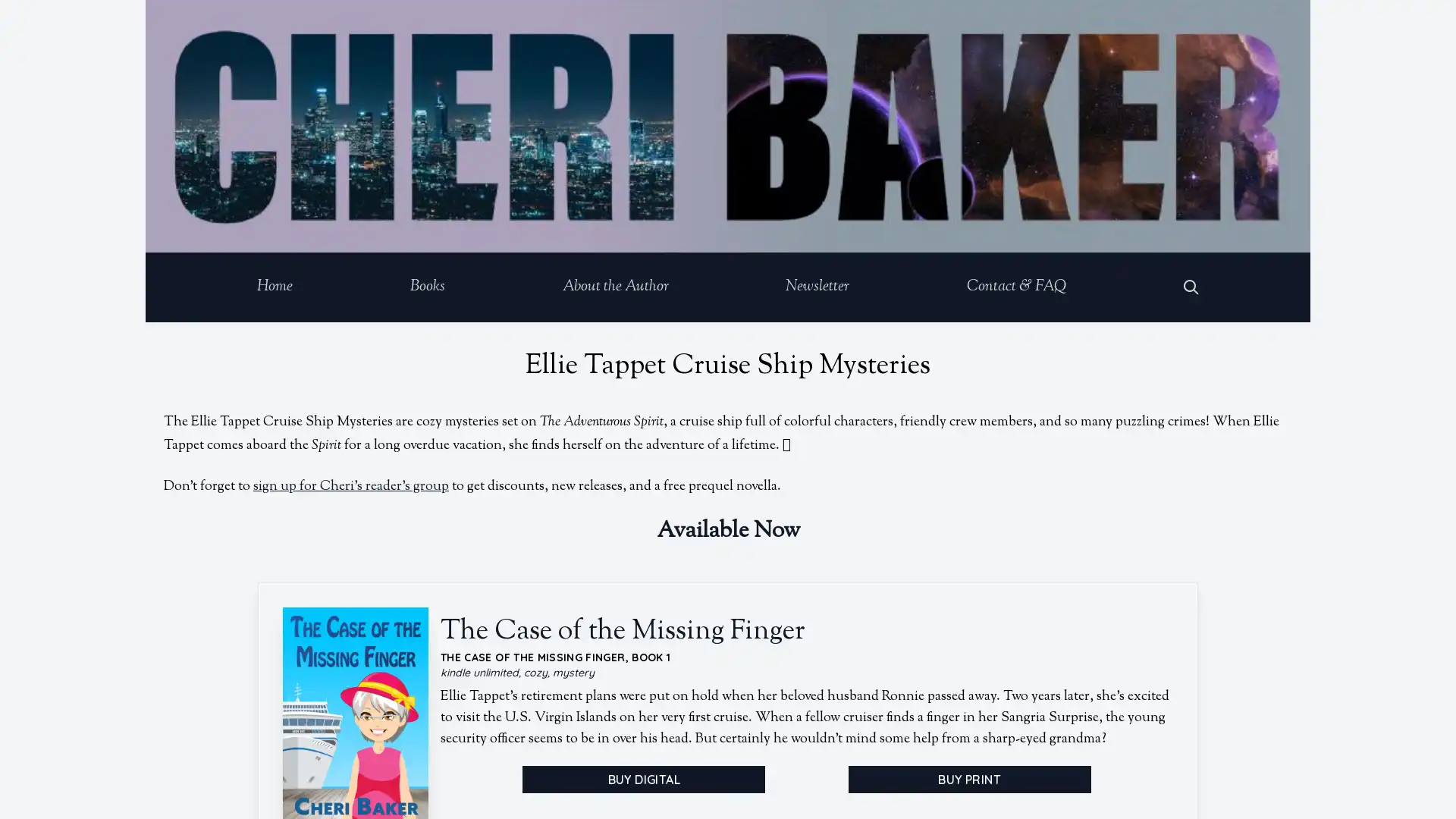 The width and height of the screenshot is (1456, 819). I want to click on BUY DIGITAL, so click(644, 778).